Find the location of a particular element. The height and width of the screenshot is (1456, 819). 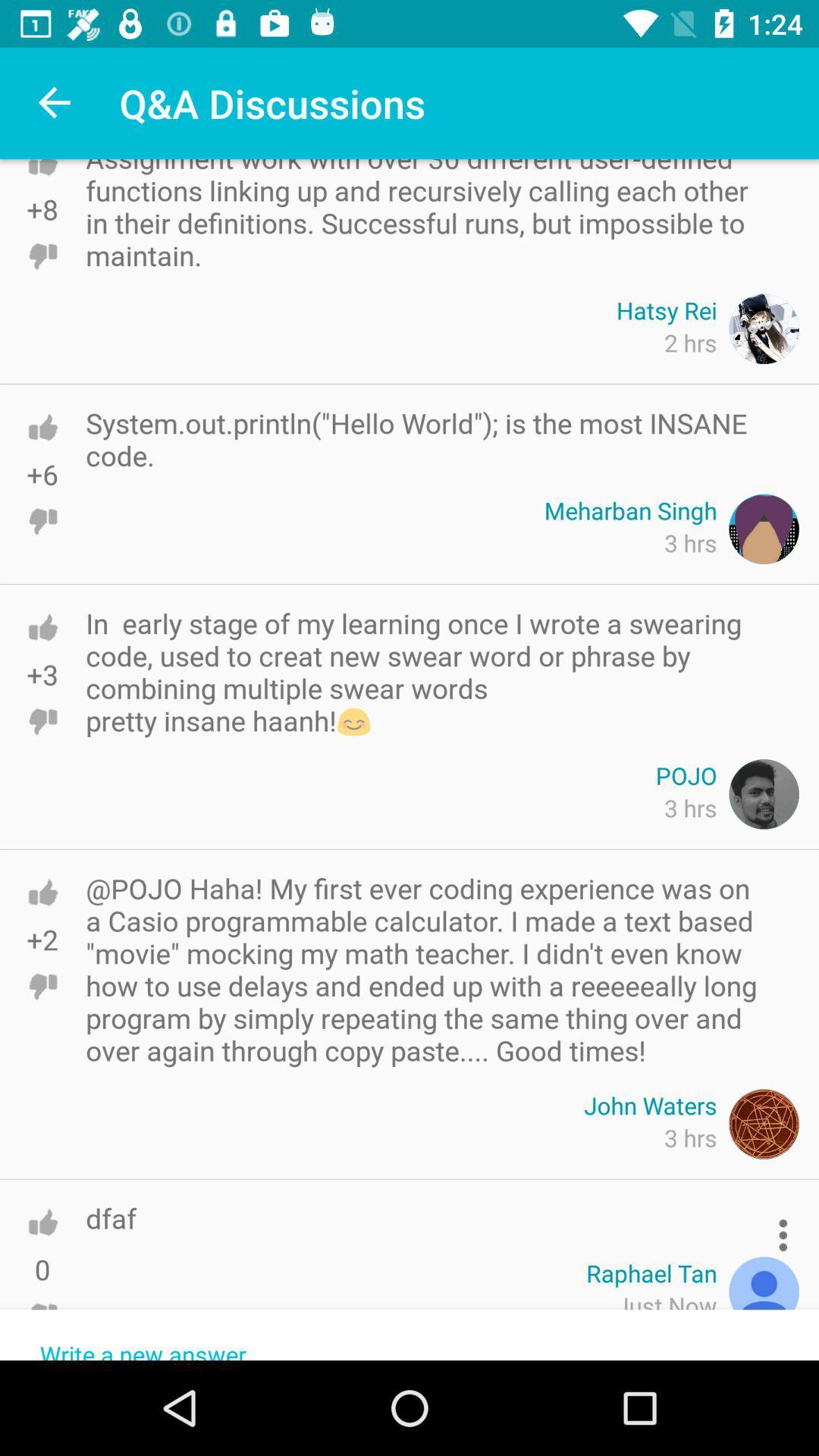

downvote is located at coordinates (42, 256).